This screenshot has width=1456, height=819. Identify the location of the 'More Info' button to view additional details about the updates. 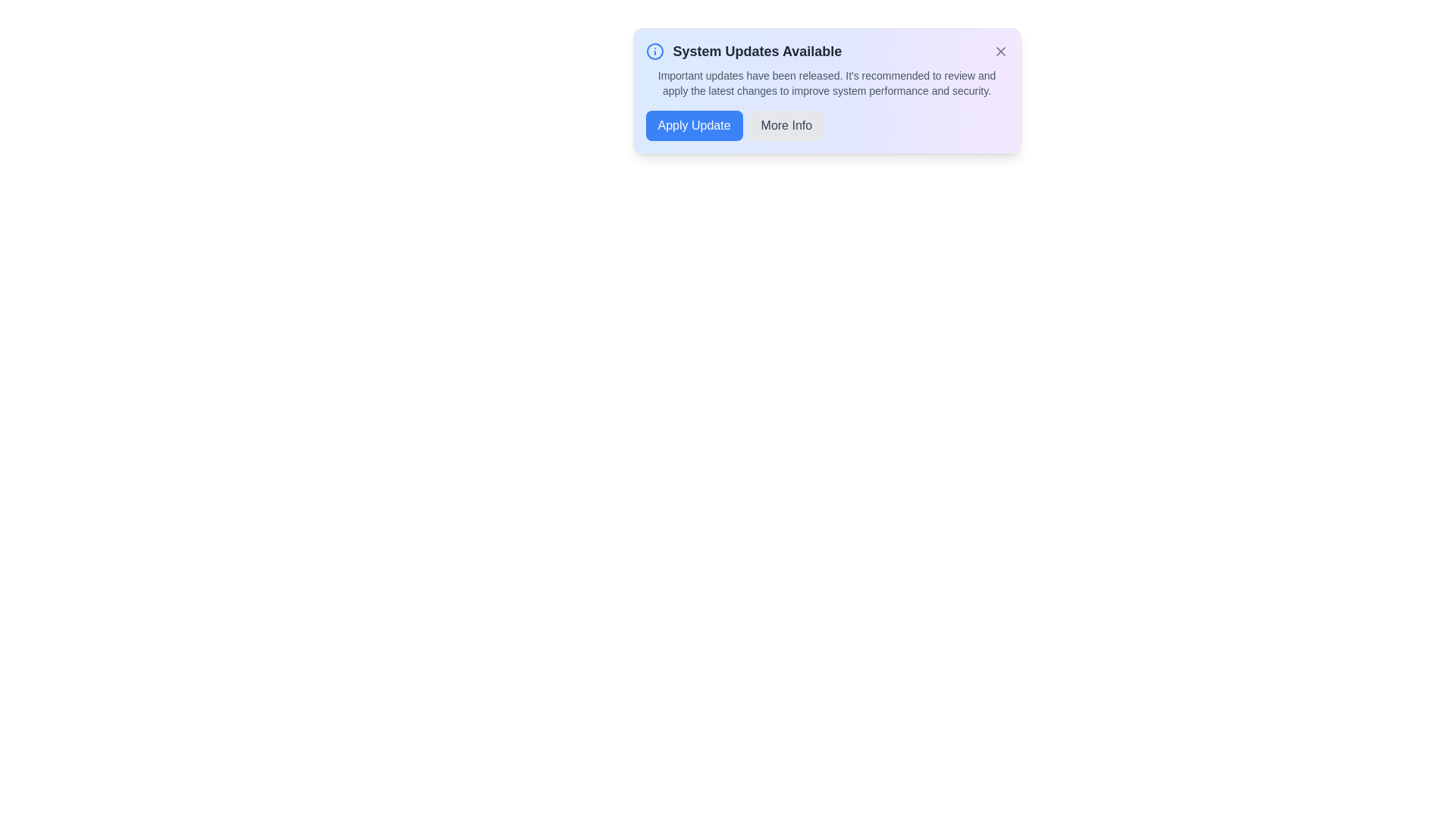
(786, 124).